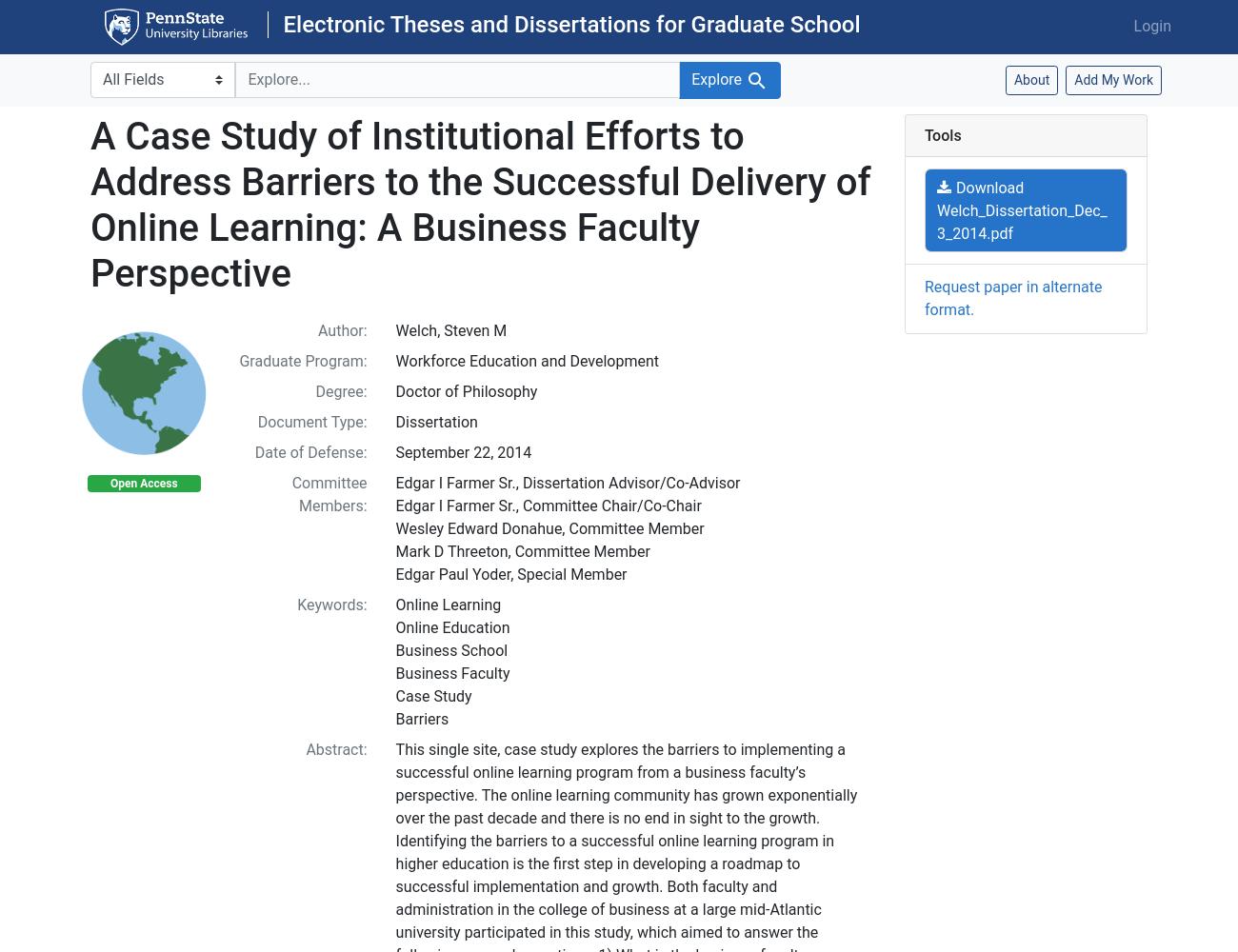 The height and width of the screenshot is (952, 1238). I want to click on 'Online Learning', so click(394, 604).